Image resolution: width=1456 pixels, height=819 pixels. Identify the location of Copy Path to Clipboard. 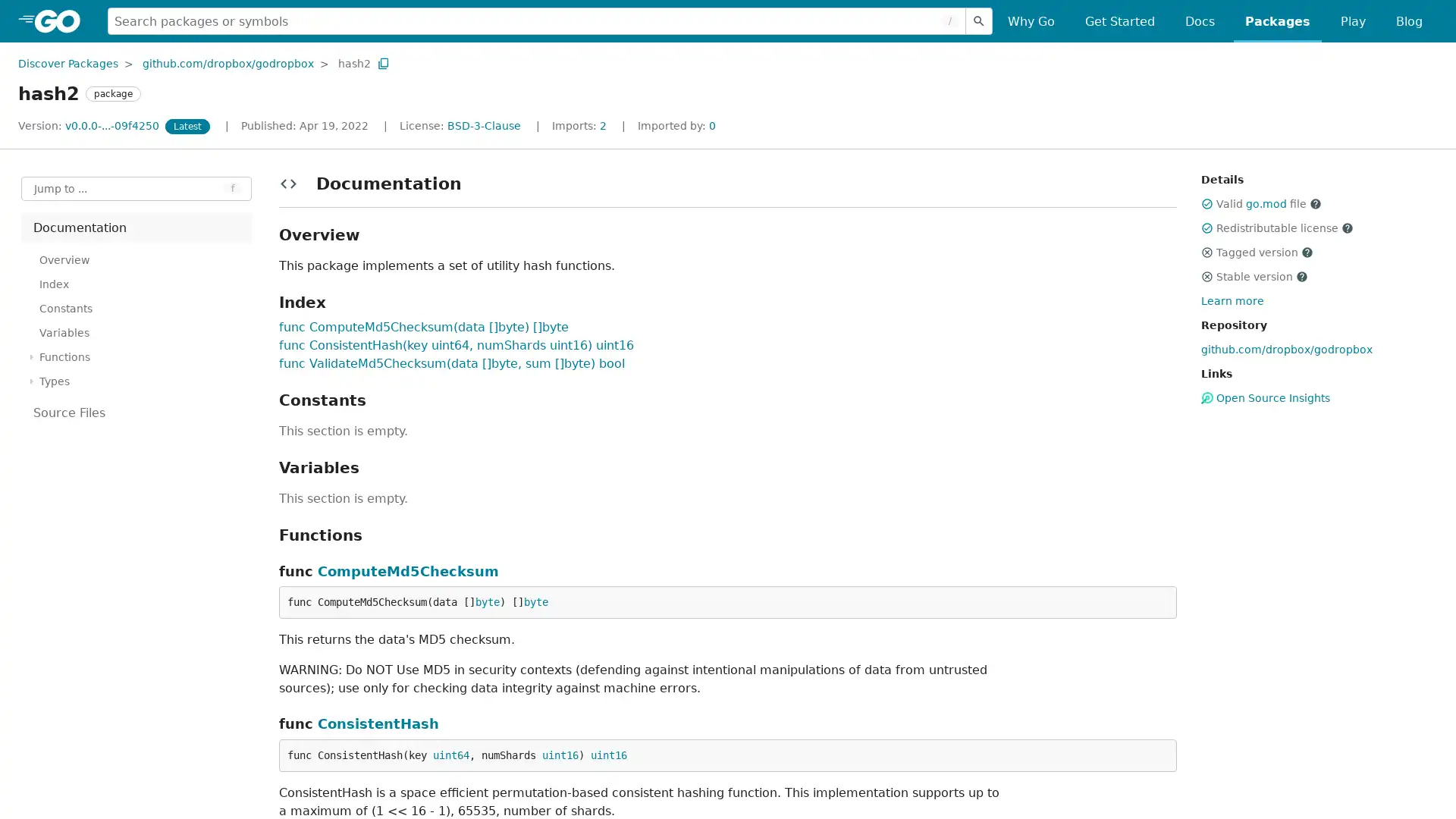
(383, 62).